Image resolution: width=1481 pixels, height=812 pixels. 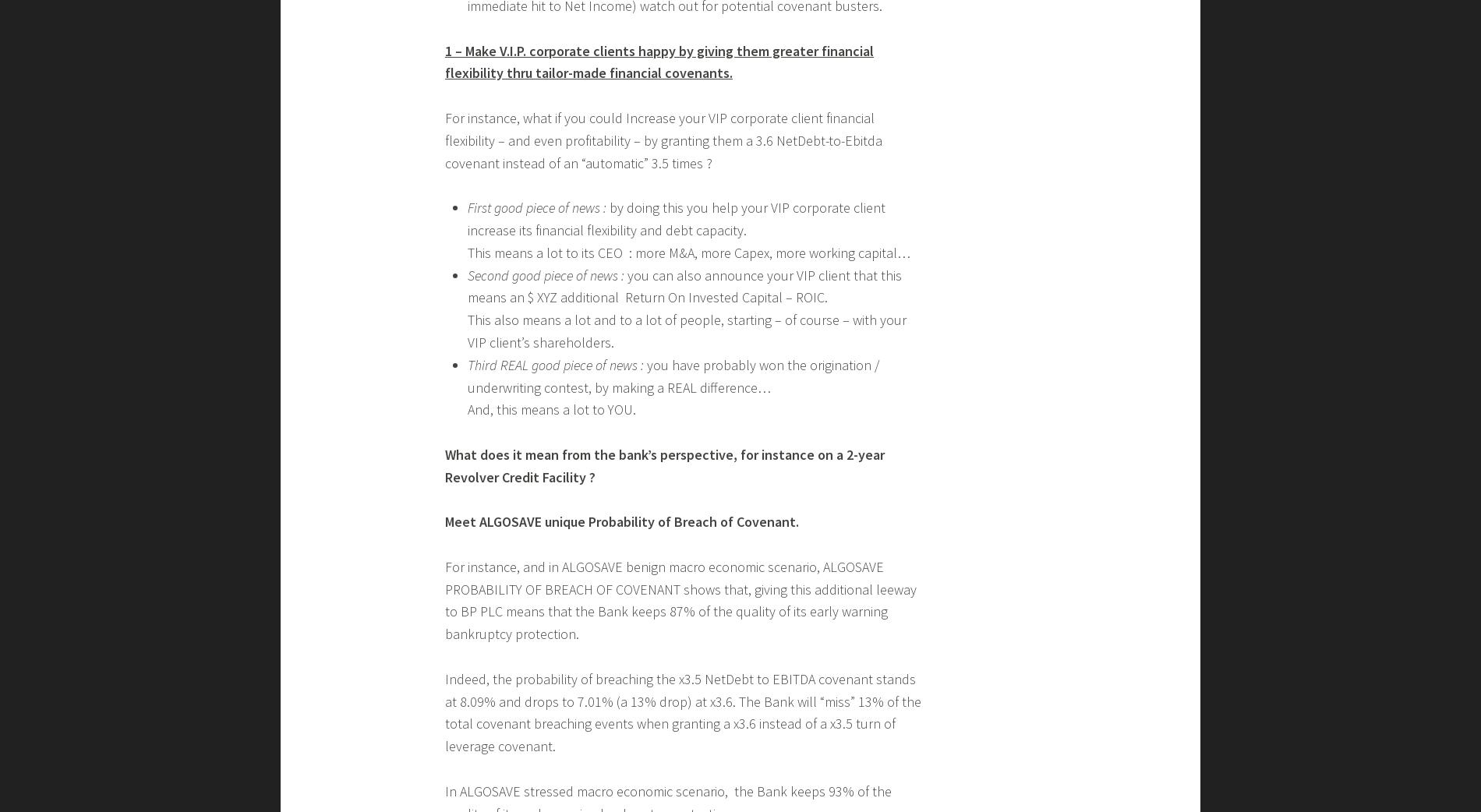 I want to click on 'Transform risk analytics into Competitive edge for investments and corporate loans', so click(x=668, y=315).